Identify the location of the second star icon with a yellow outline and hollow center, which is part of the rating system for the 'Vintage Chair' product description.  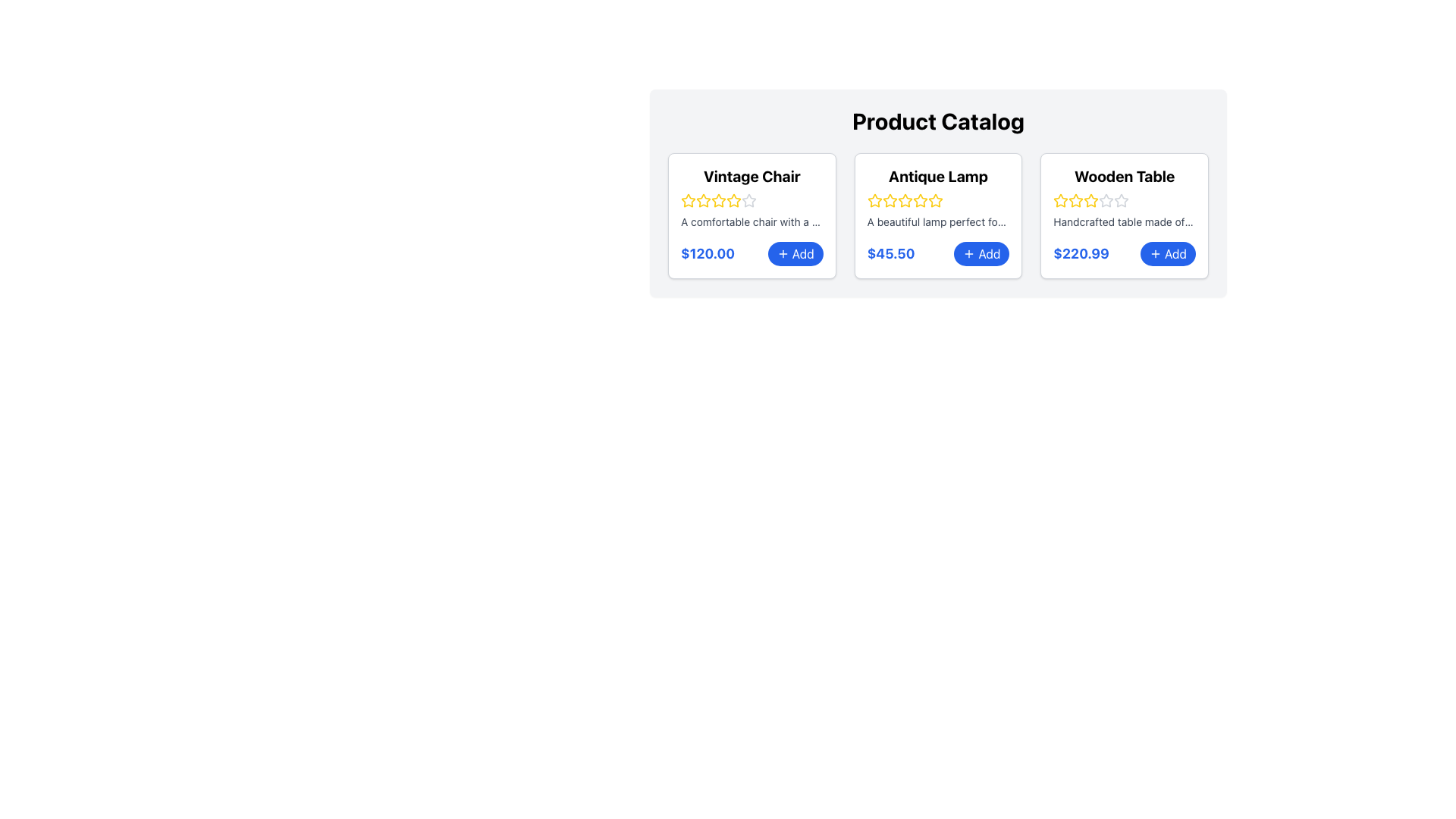
(702, 200).